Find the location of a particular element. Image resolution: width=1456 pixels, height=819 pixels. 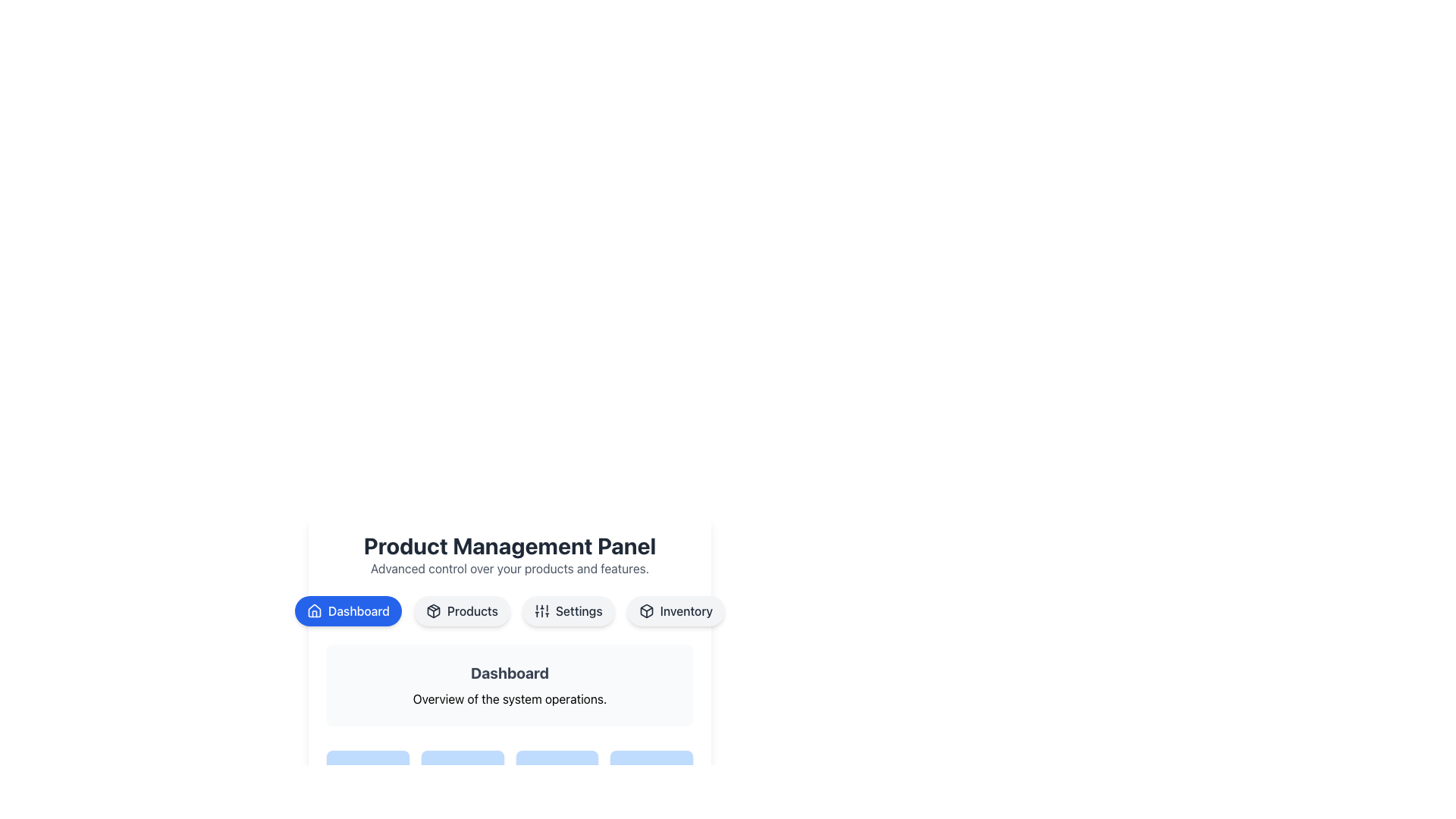

the 'Products' button, which is a rounded rectangular button with a light gray background and dark gray text, located in the navigation bar between the 'Dashboard' and 'Settings' buttons is located at coordinates (461, 610).